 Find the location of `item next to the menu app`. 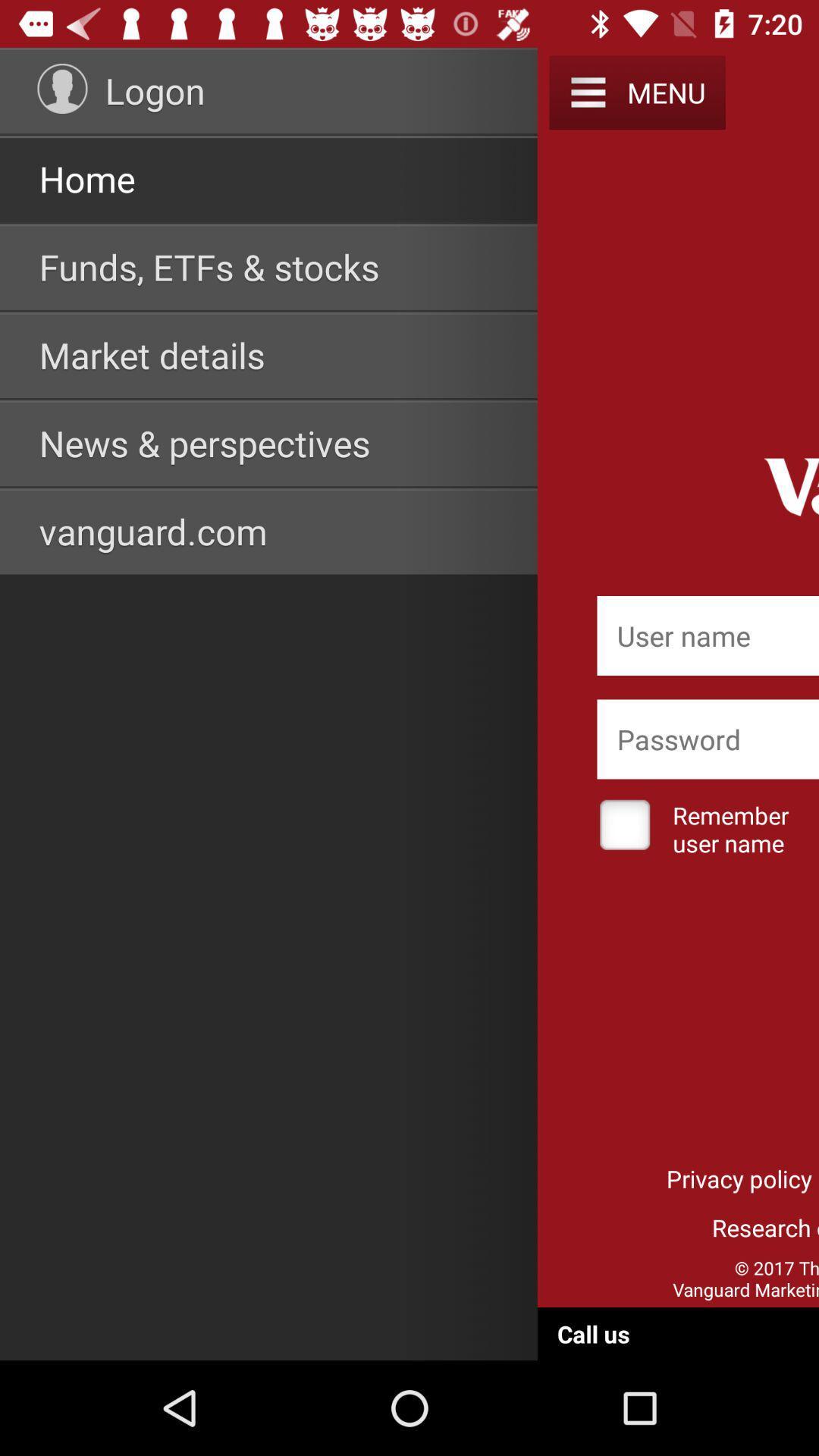

item next to the menu app is located at coordinates (587, 92).